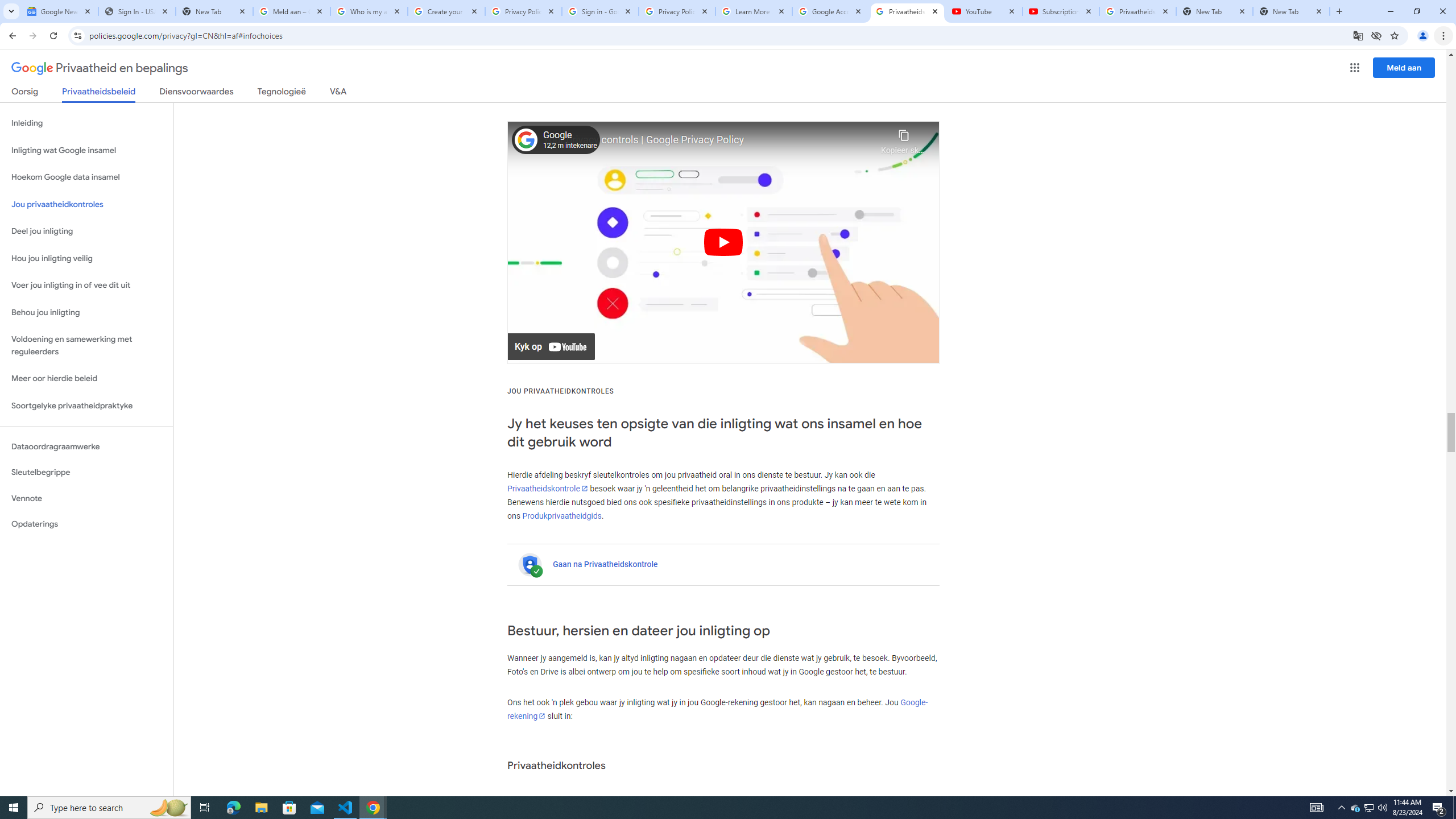  What do you see at coordinates (86, 498) in the screenshot?
I see `'Vennote'` at bounding box center [86, 498].